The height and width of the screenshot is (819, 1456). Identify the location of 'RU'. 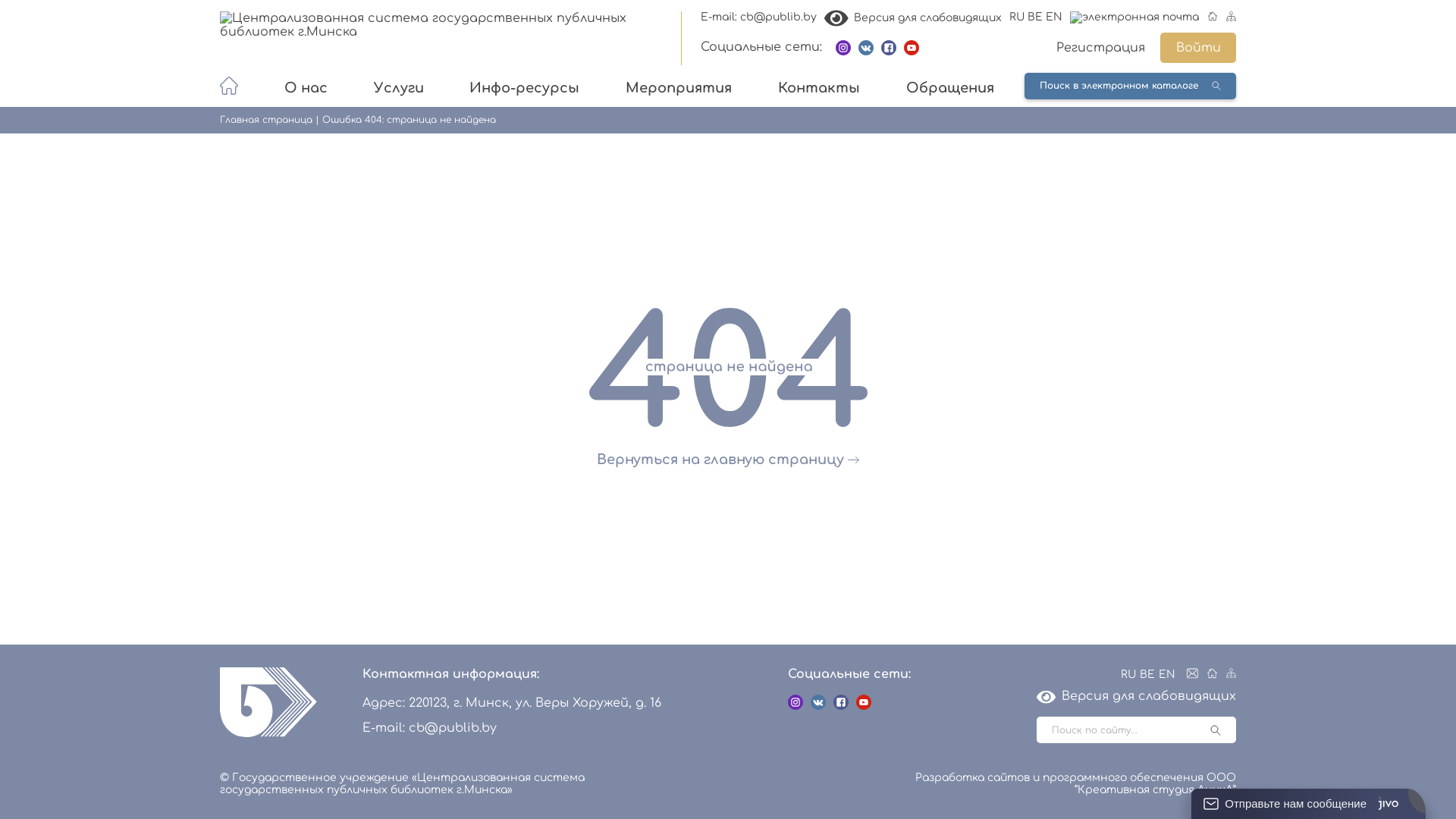
(1121, 673).